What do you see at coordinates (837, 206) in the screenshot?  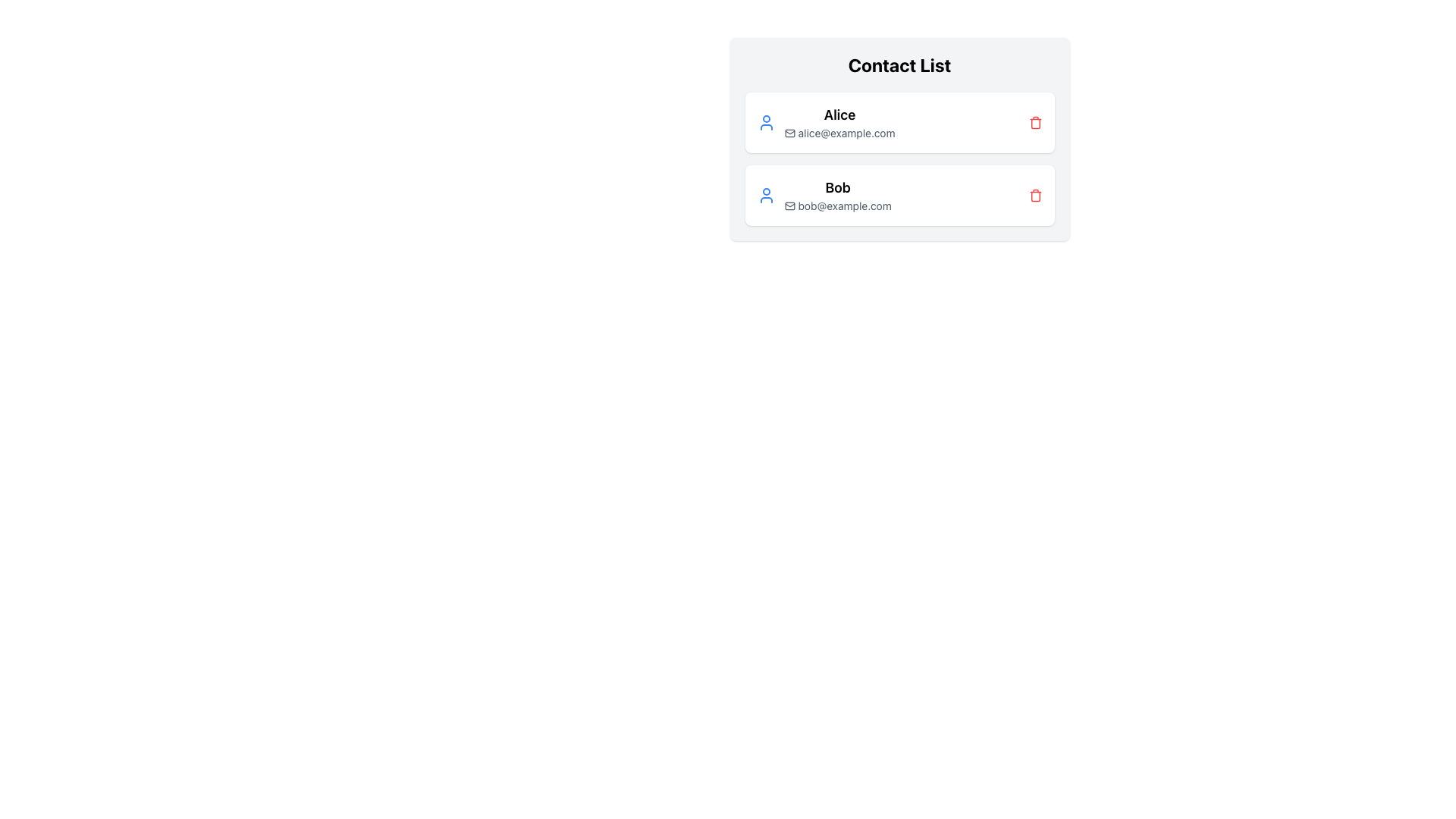 I see `the email address element displaying 'bob@example.com' associated with the contact 'Bob'` at bounding box center [837, 206].